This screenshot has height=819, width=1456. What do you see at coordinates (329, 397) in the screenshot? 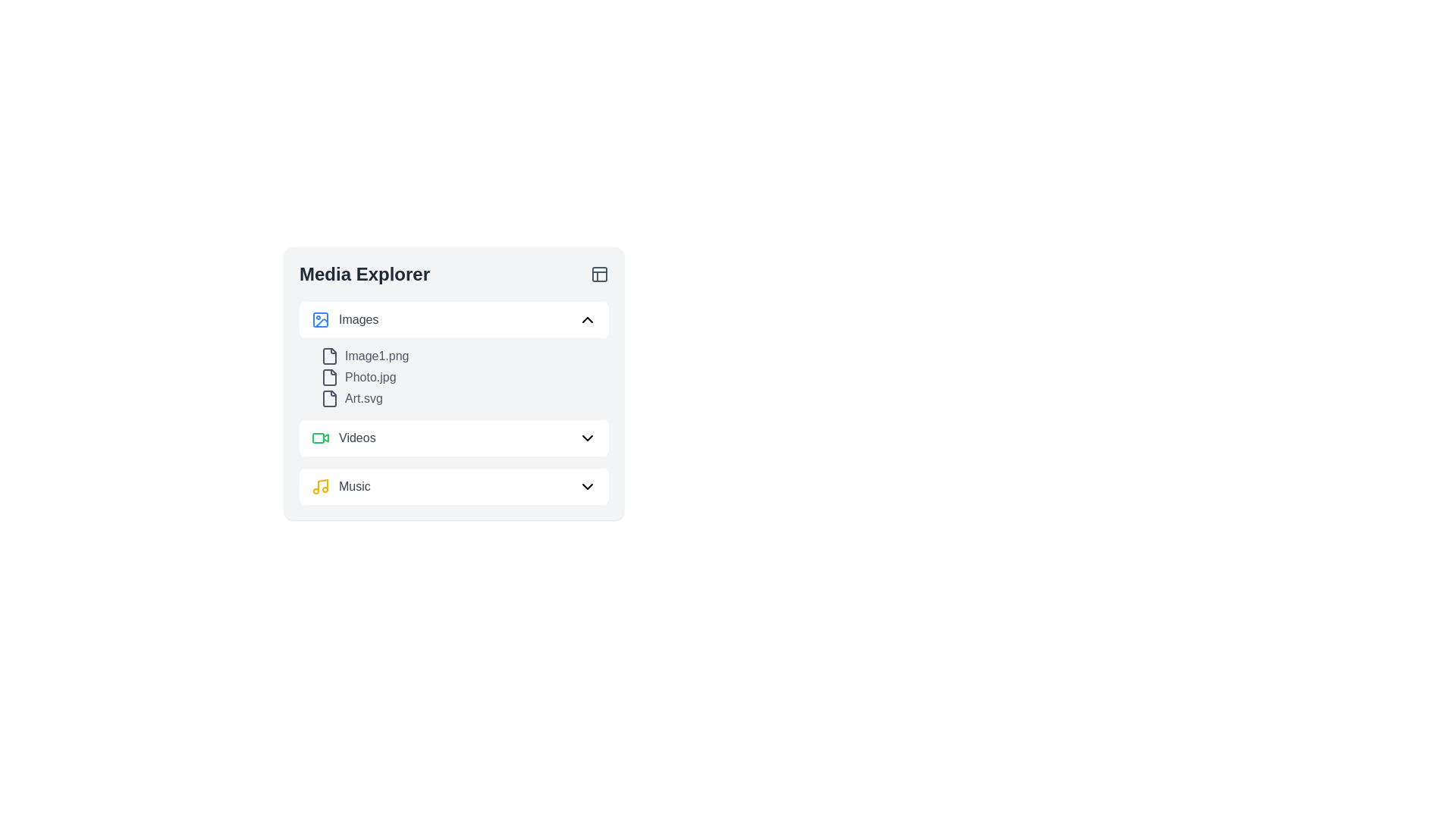
I see `the icon representing the 'Art.svg' file` at bounding box center [329, 397].